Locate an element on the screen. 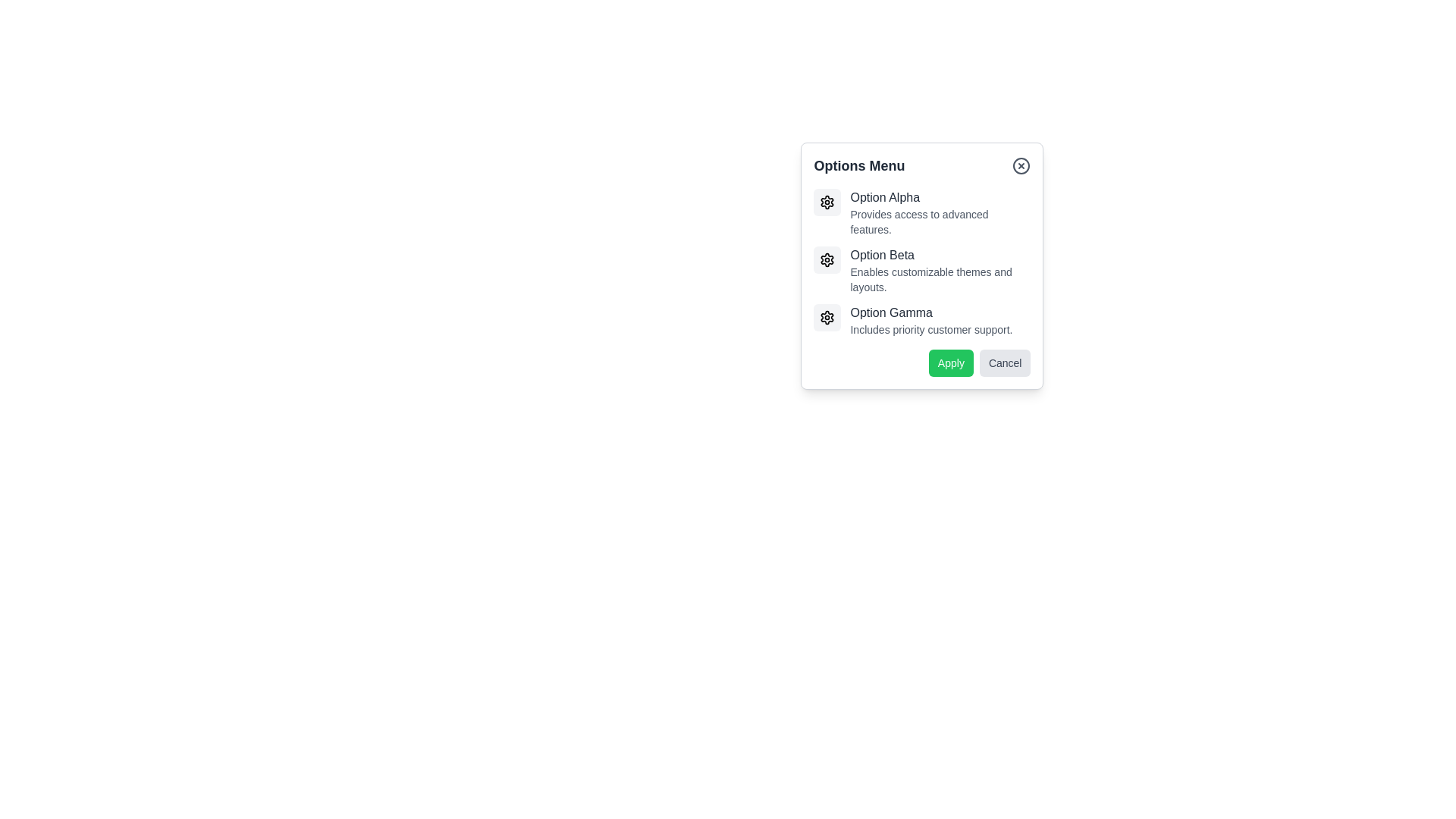 The height and width of the screenshot is (819, 1456). the gear icon representing 'Option Beta' in the menu is located at coordinates (827, 259).